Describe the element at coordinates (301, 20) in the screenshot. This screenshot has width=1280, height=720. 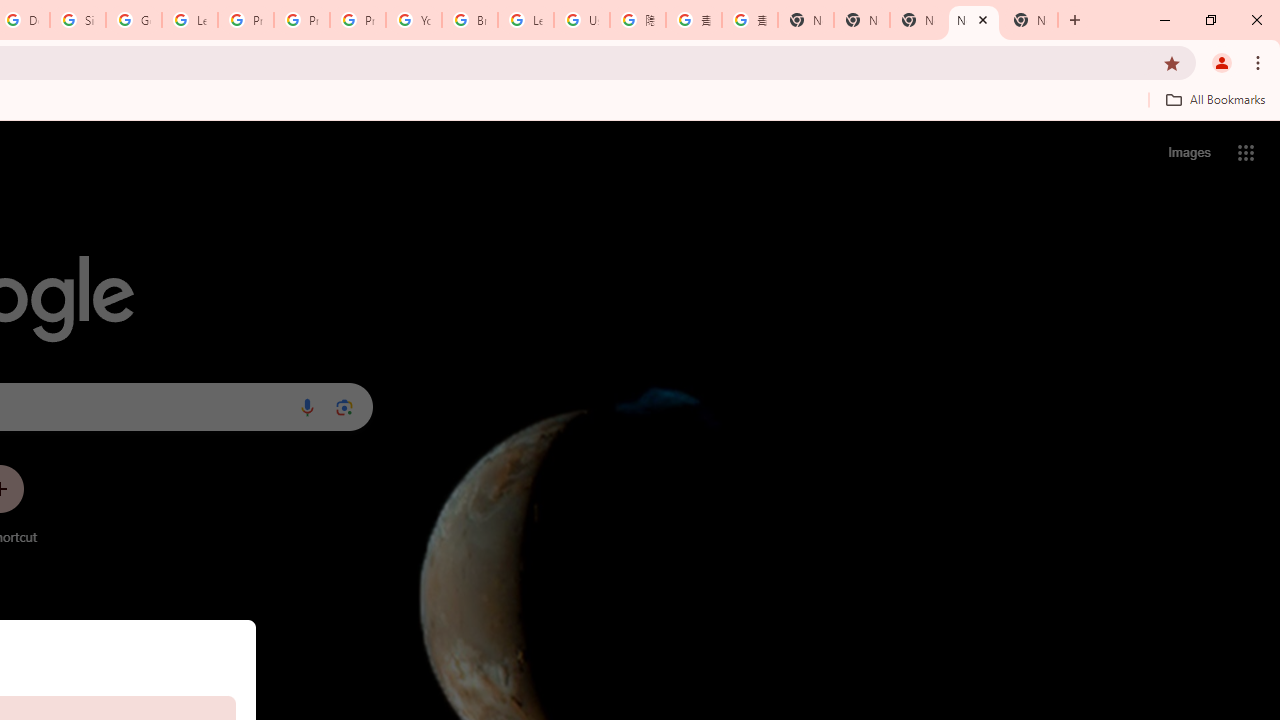
I see `'Privacy Help Center - Policies Help'` at that location.